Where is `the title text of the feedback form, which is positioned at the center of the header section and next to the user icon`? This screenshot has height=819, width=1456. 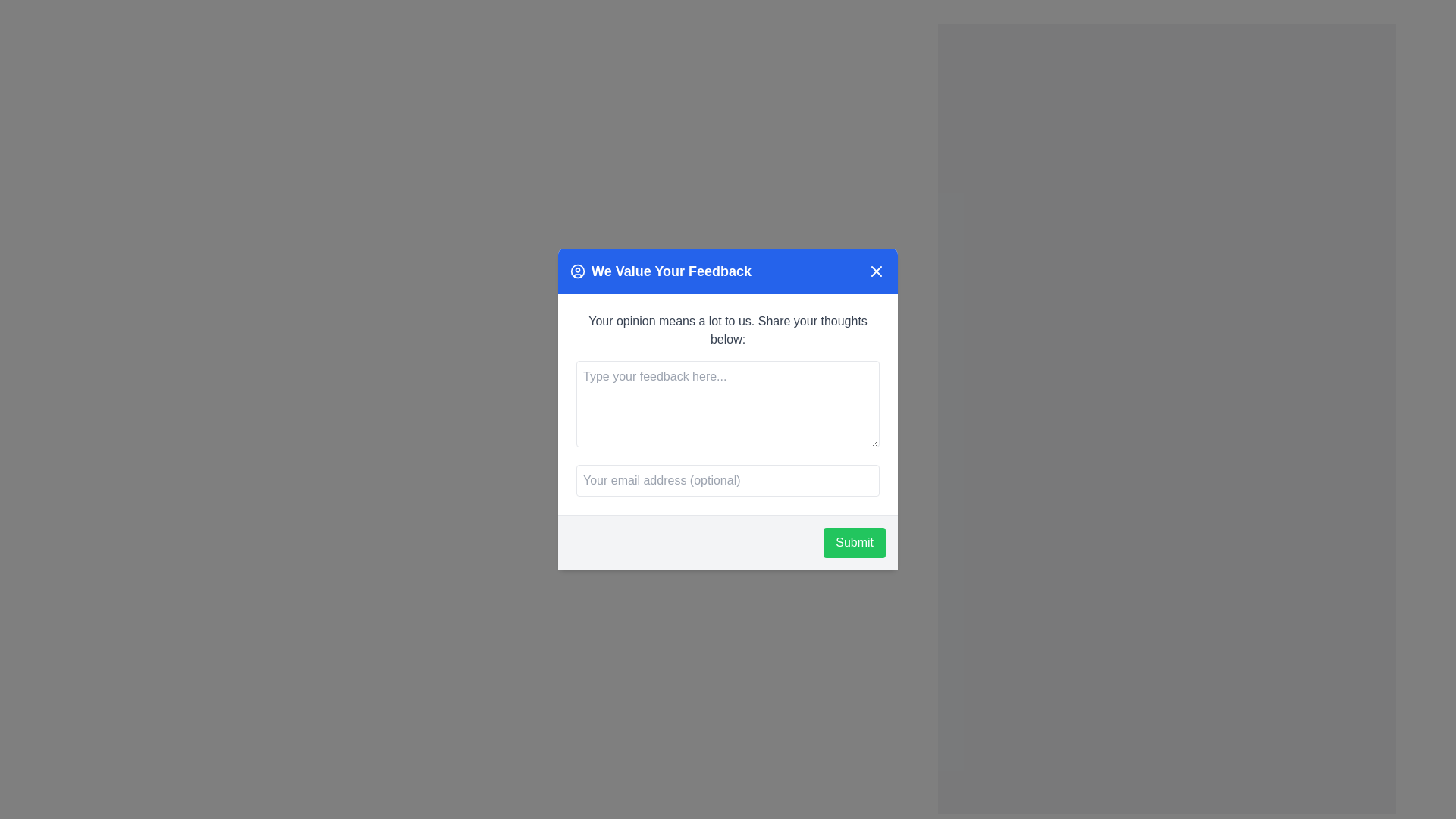
the title text of the feedback form, which is positioned at the center of the header section and next to the user icon is located at coordinates (670, 271).